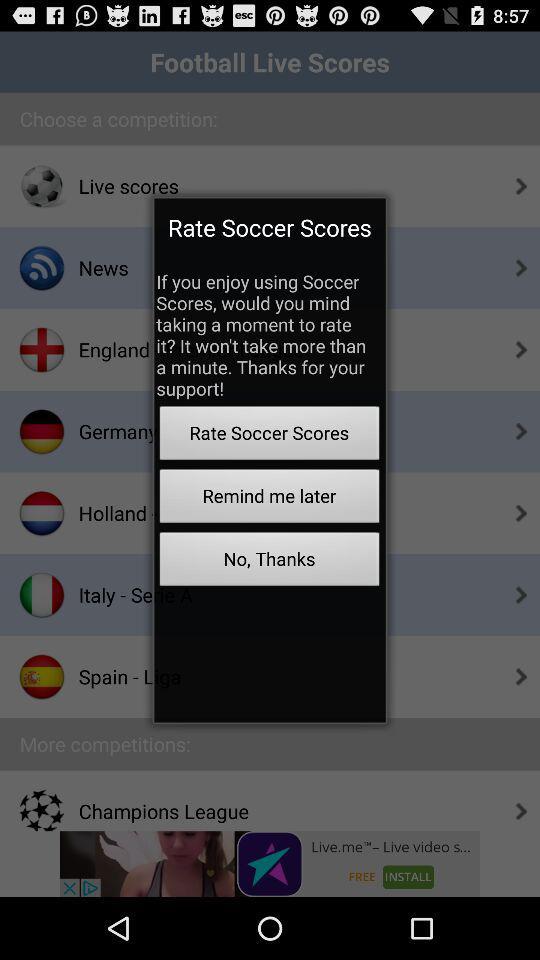 The width and height of the screenshot is (540, 960). Describe the element at coordinates (269, 498) in the screenshot. I see `the remind me later button` at that location.